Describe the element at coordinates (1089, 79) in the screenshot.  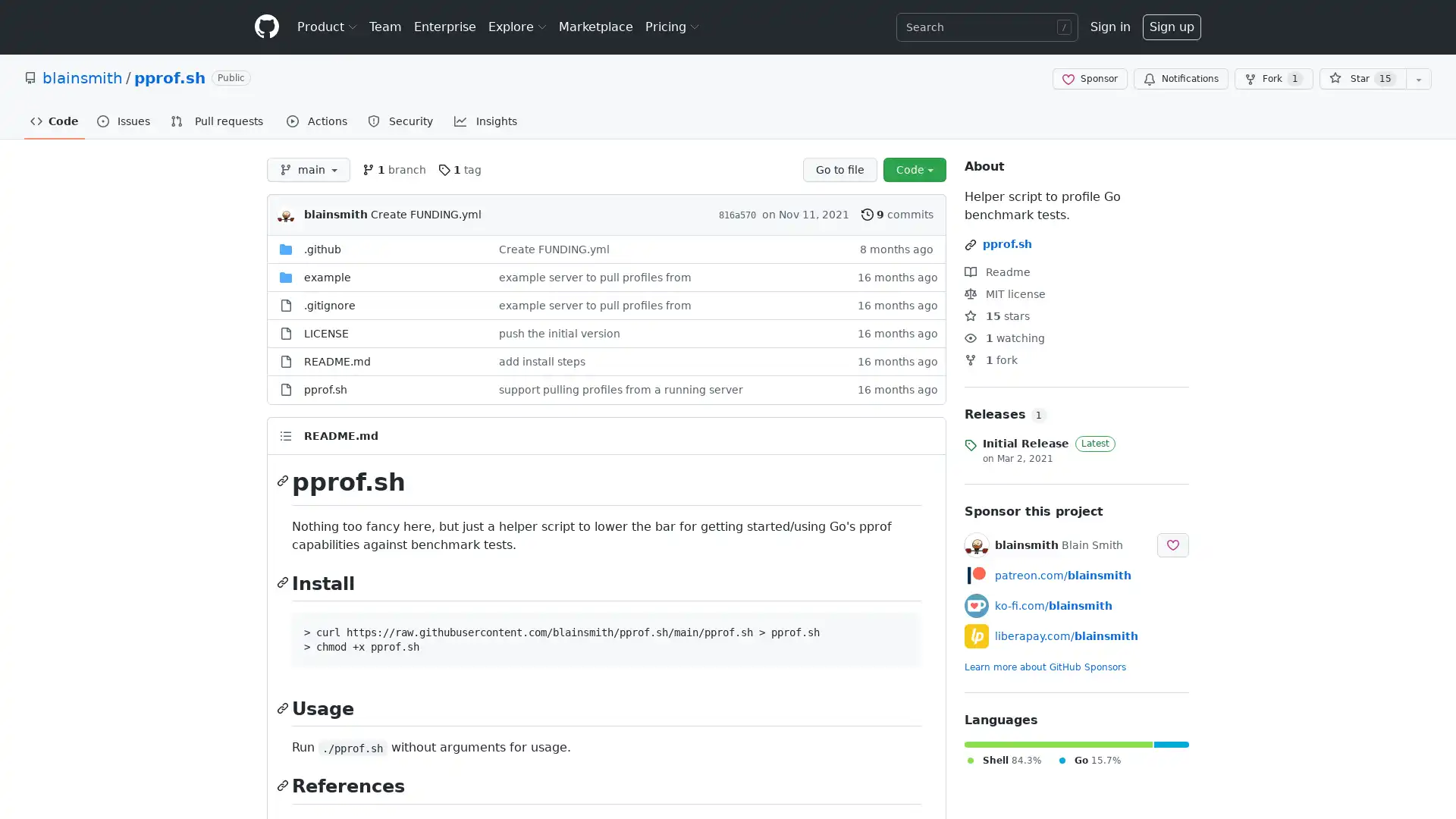
I see `Sponsor` at that location.